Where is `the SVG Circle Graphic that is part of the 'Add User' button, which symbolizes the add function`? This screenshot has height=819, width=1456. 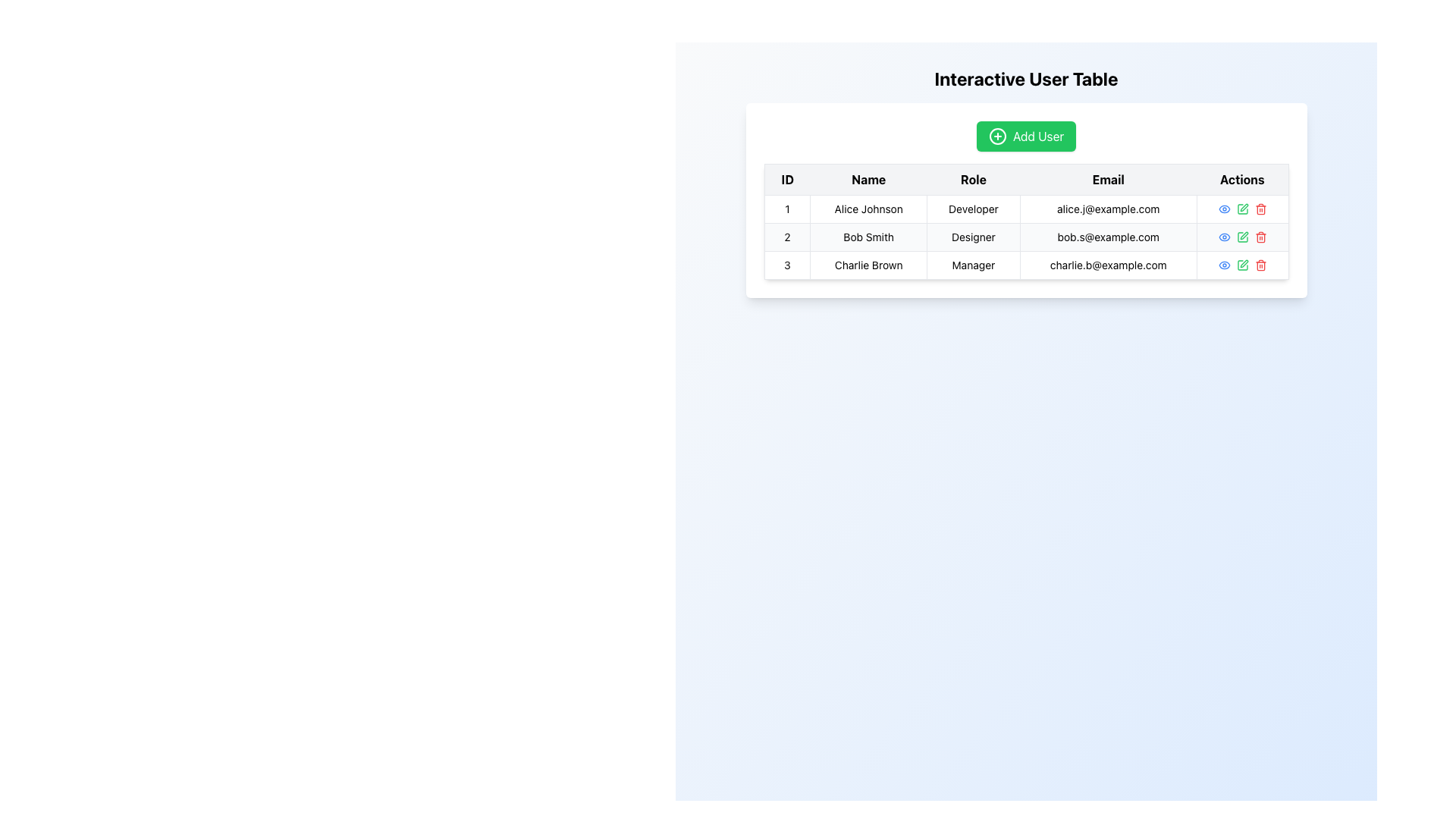 the SVG Circle Graphic that is part of the 'Add User' button, which symbolizes the add function is located at coordinates (997, 136).